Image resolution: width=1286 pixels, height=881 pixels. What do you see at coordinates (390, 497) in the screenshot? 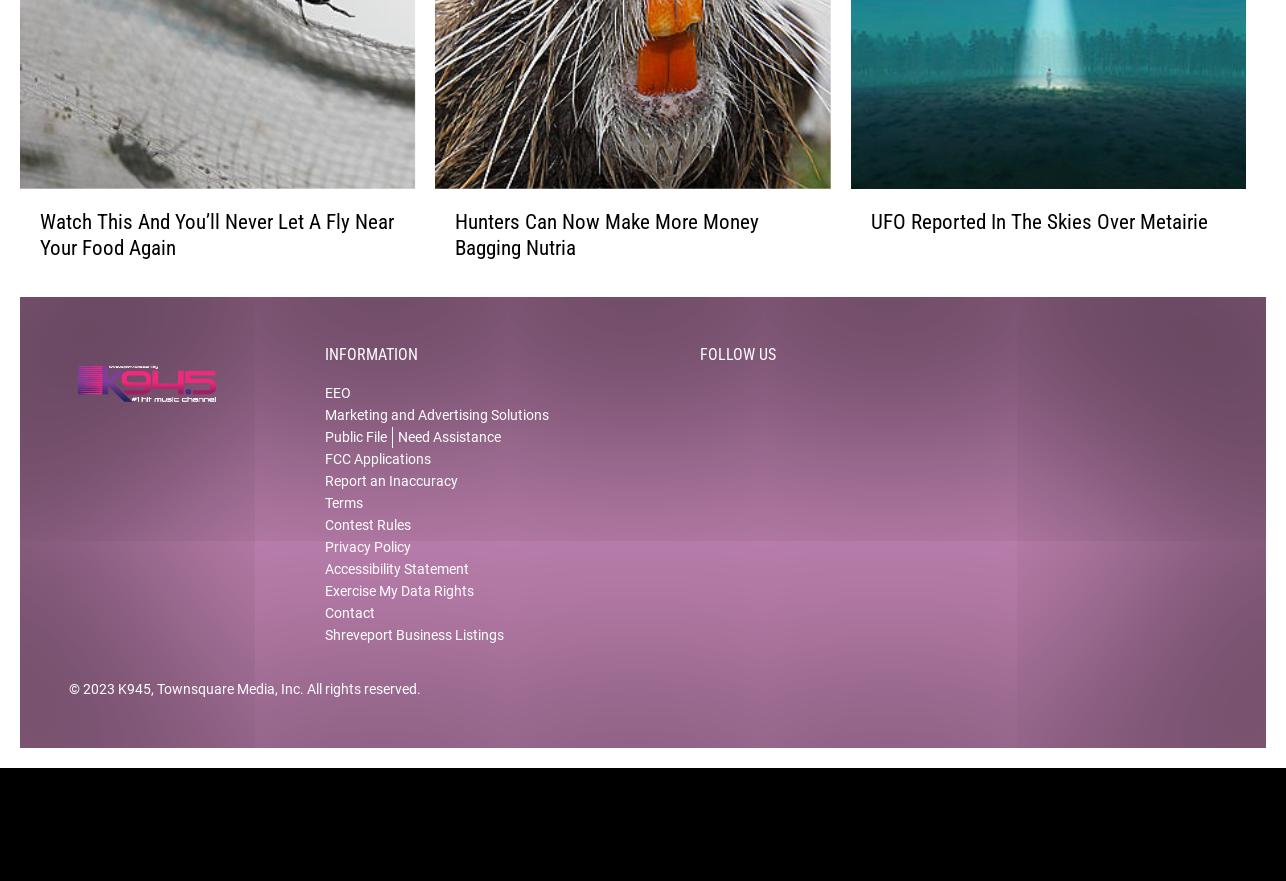
I see `'Report an Inaccuracy'` at bounding box center [390, 497].